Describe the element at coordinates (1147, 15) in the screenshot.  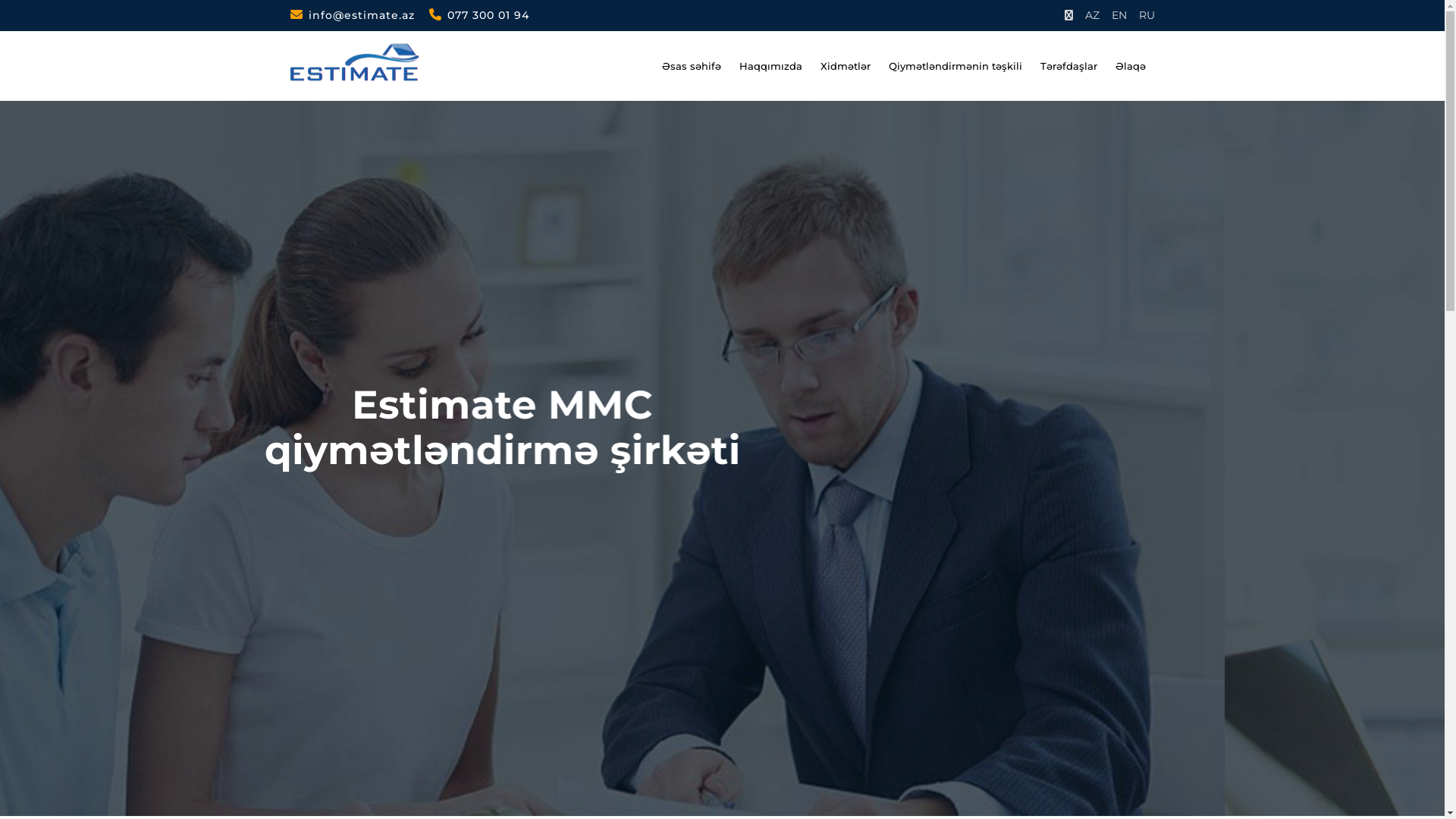
I see `'RU'` at that location.